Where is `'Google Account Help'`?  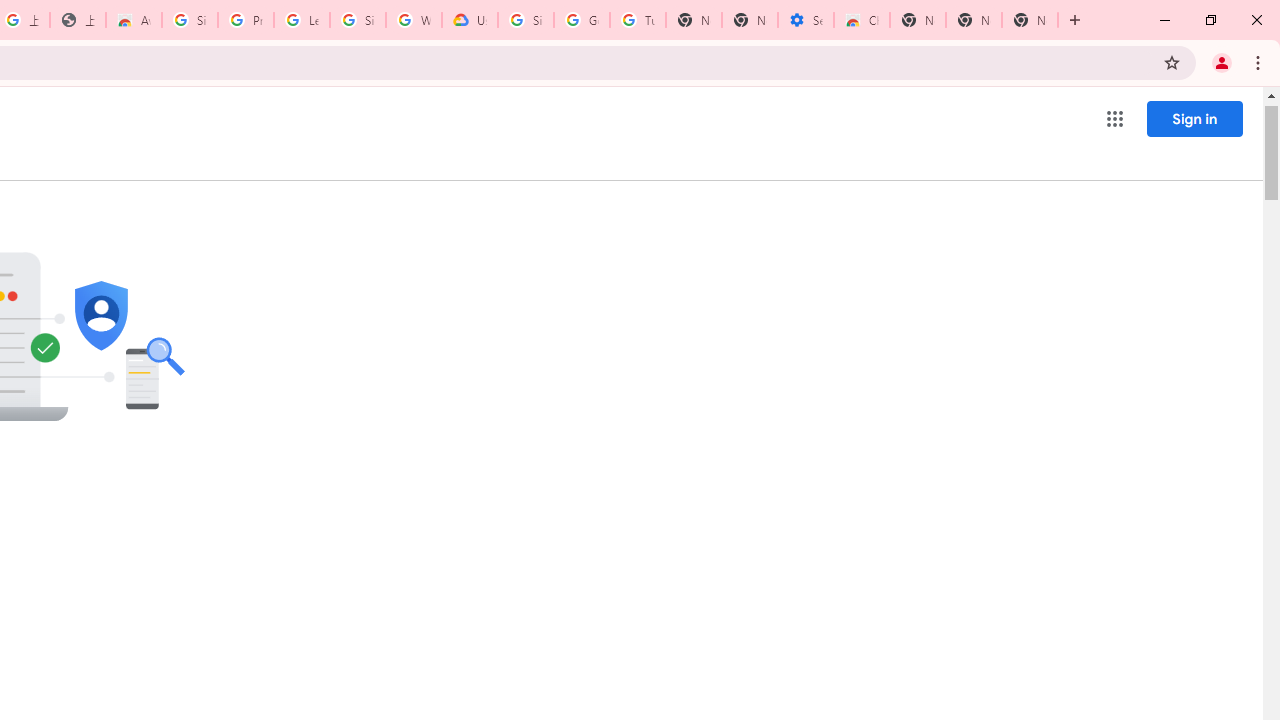
'Google Account Help' is located at coordinates (581, 20).